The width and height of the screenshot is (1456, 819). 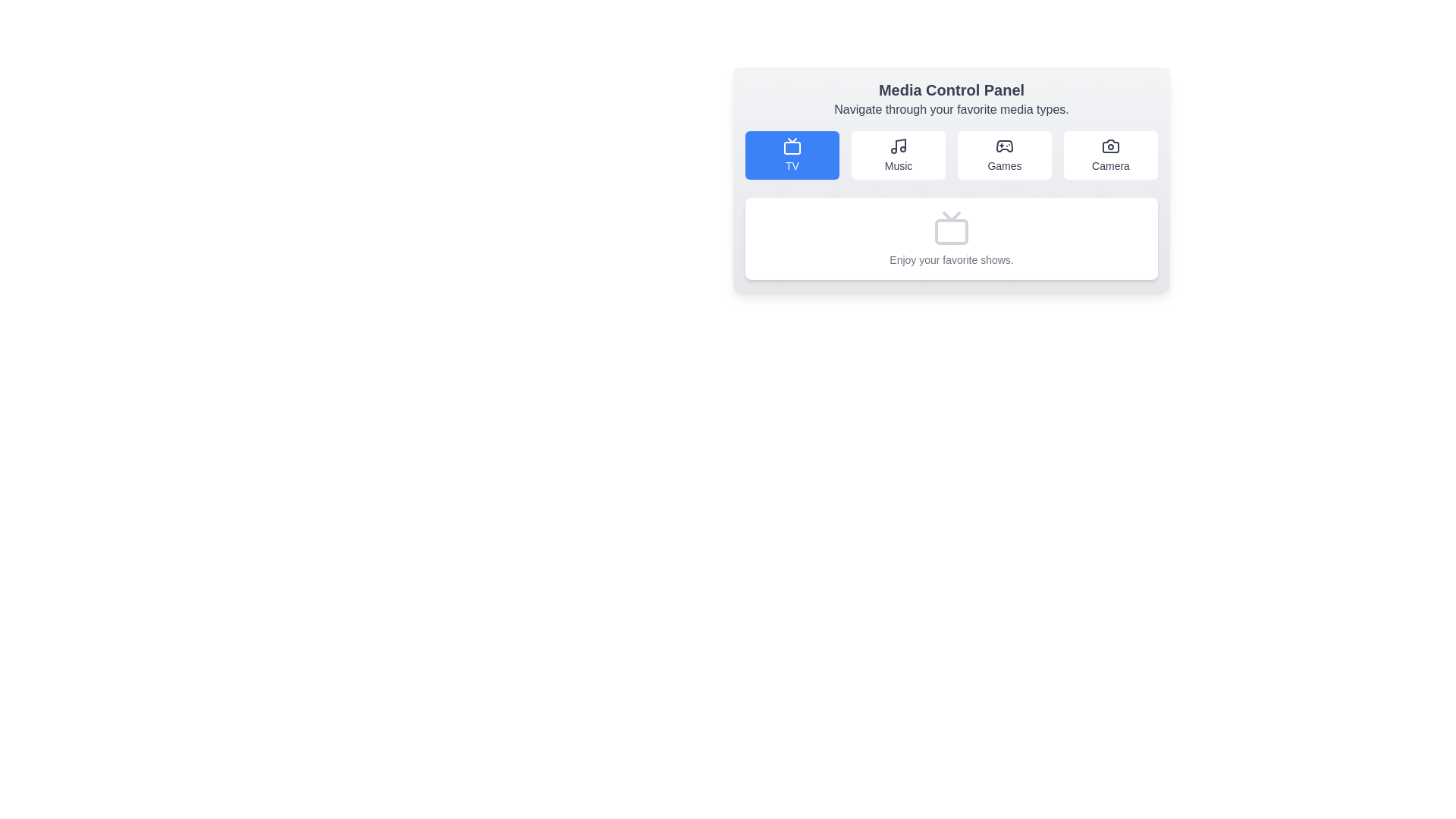 I want to click on the 'Music' text label located in the second button of a horizontal list of four buttons, positioned beneath a musical note icon, so click(x=899, y=166).